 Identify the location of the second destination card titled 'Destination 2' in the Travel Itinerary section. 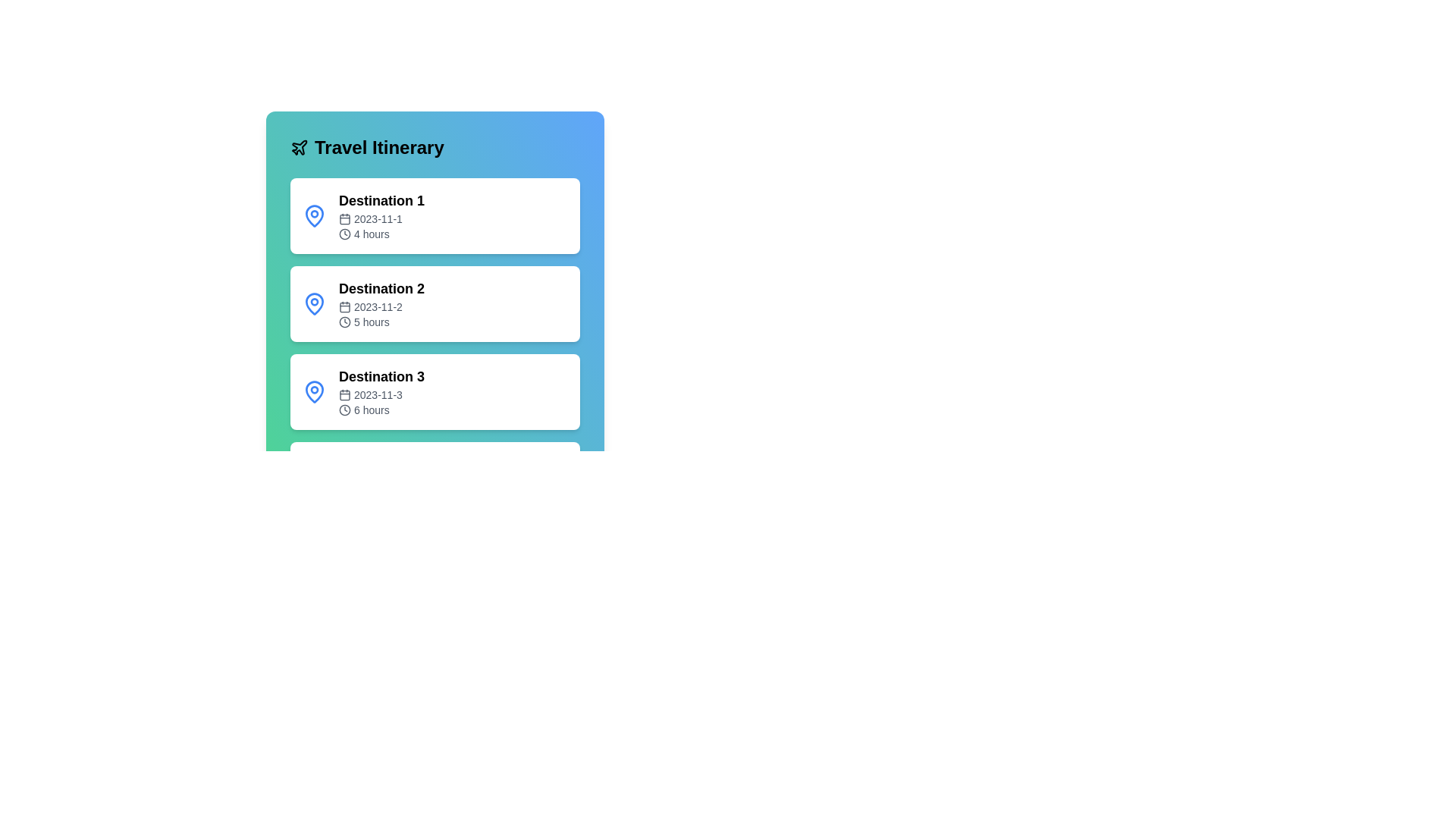
(435, 271).